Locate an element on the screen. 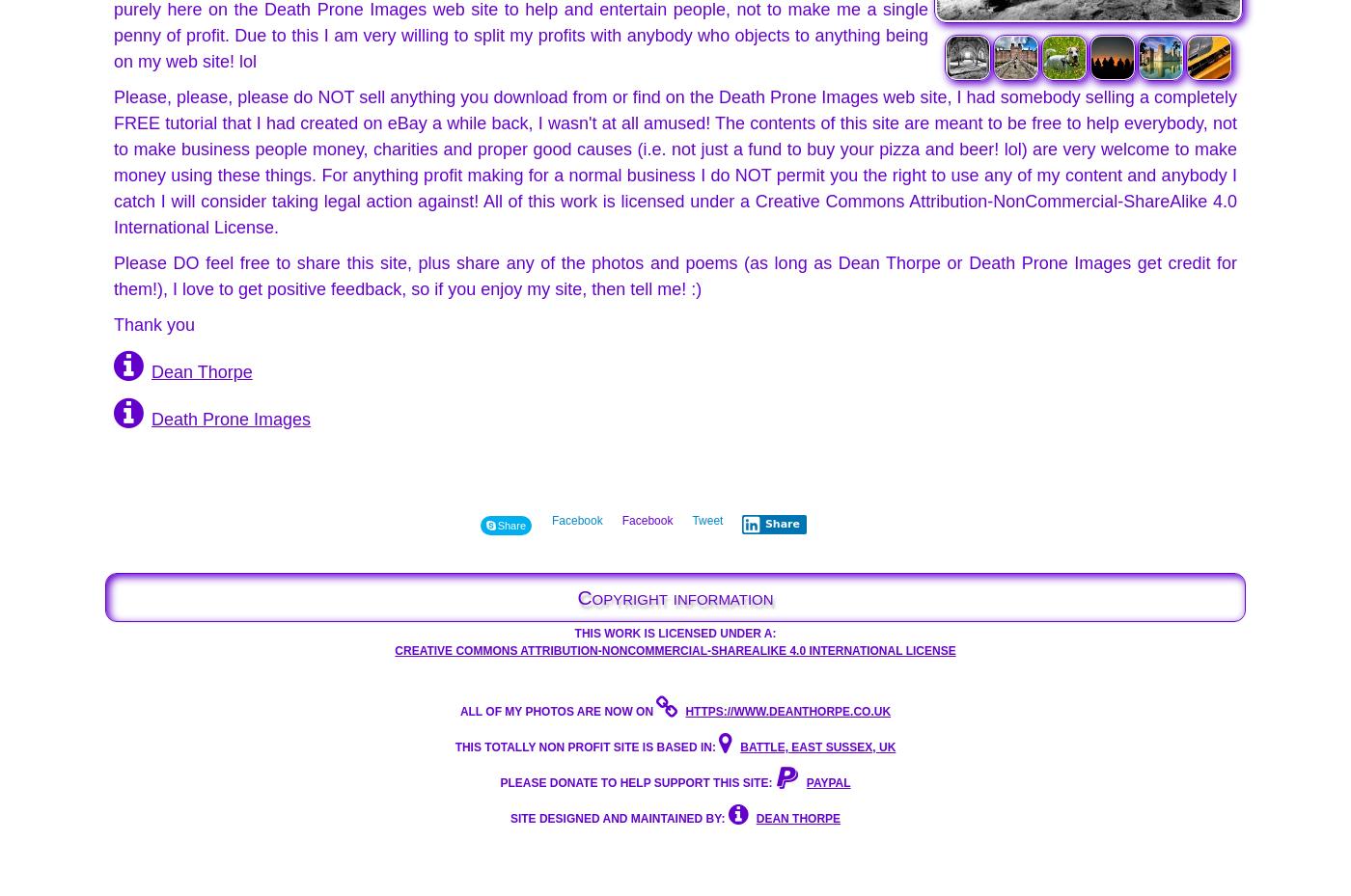 This screenshot has width=1351, height=896. 'Creative Commons Attribution-NonCommercial-ShareAlike 4.0 International License' is located at coordinates (675, 651).